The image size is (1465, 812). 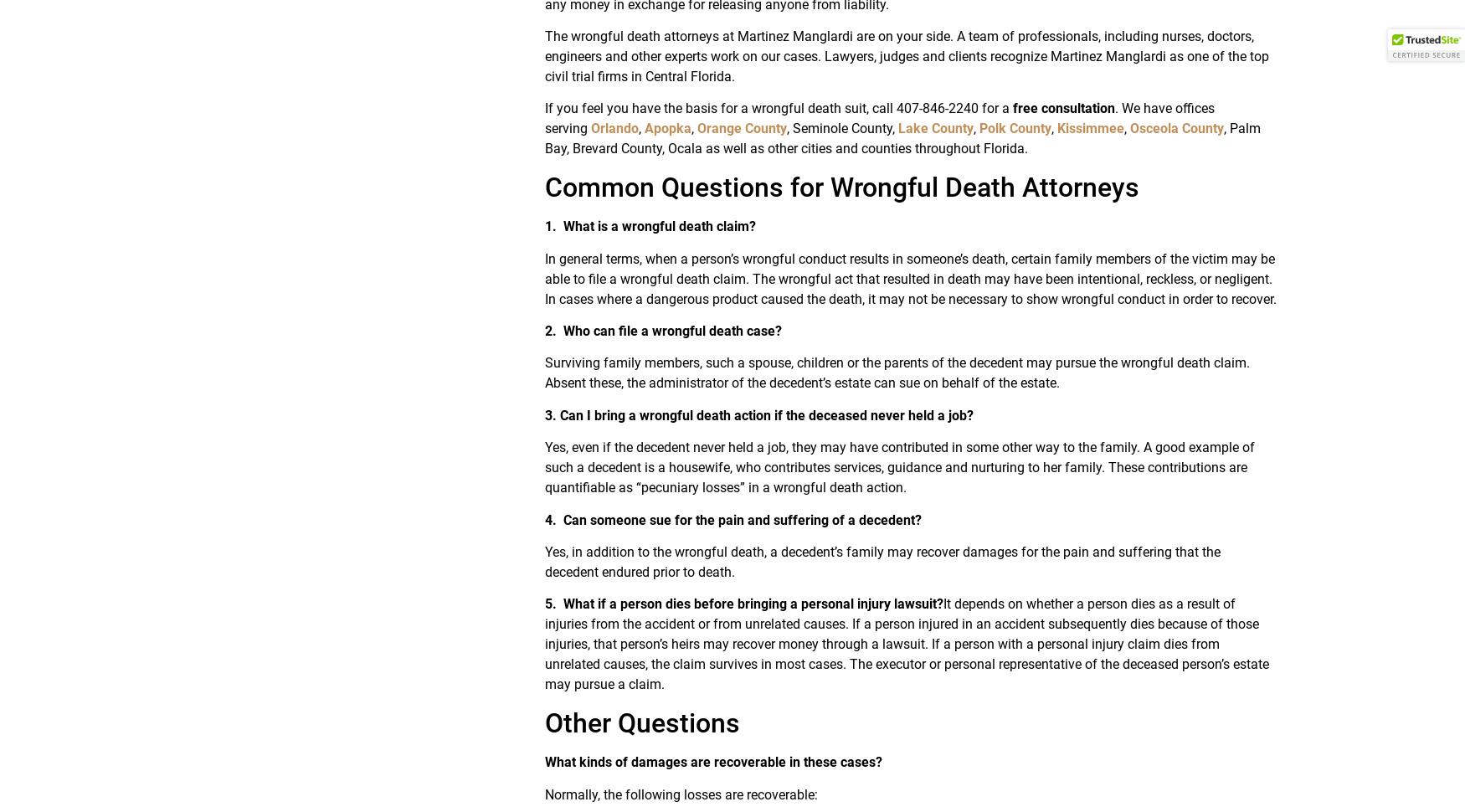 I want to click on 'free consultation', so click(x=1061, y=108).